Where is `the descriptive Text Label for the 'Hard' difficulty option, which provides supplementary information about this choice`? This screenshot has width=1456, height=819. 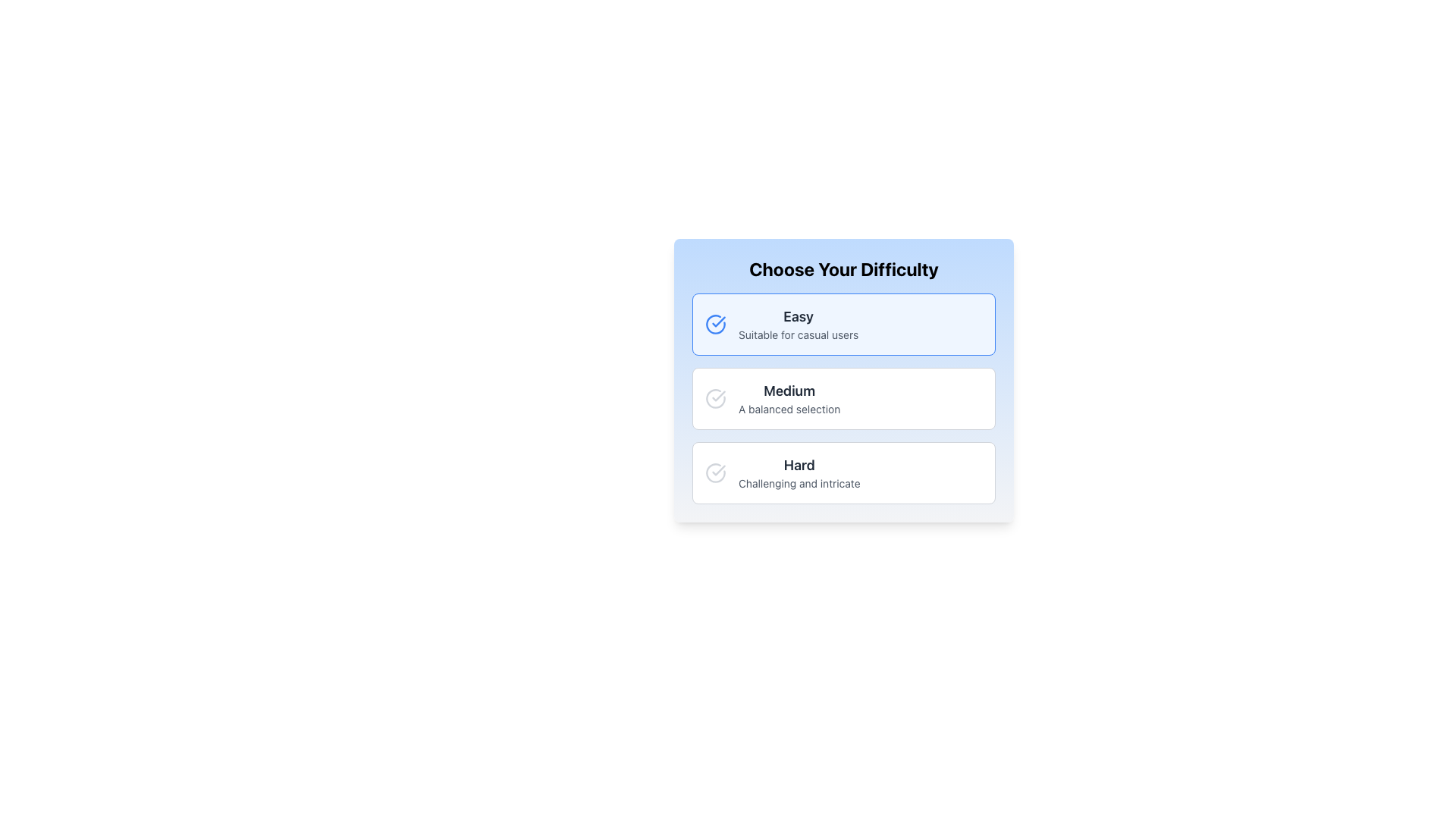
the descriptive Text Label for the 'Hard' difficulty option, which provides supplementary information about this choice is located at coordinates (799, 483).